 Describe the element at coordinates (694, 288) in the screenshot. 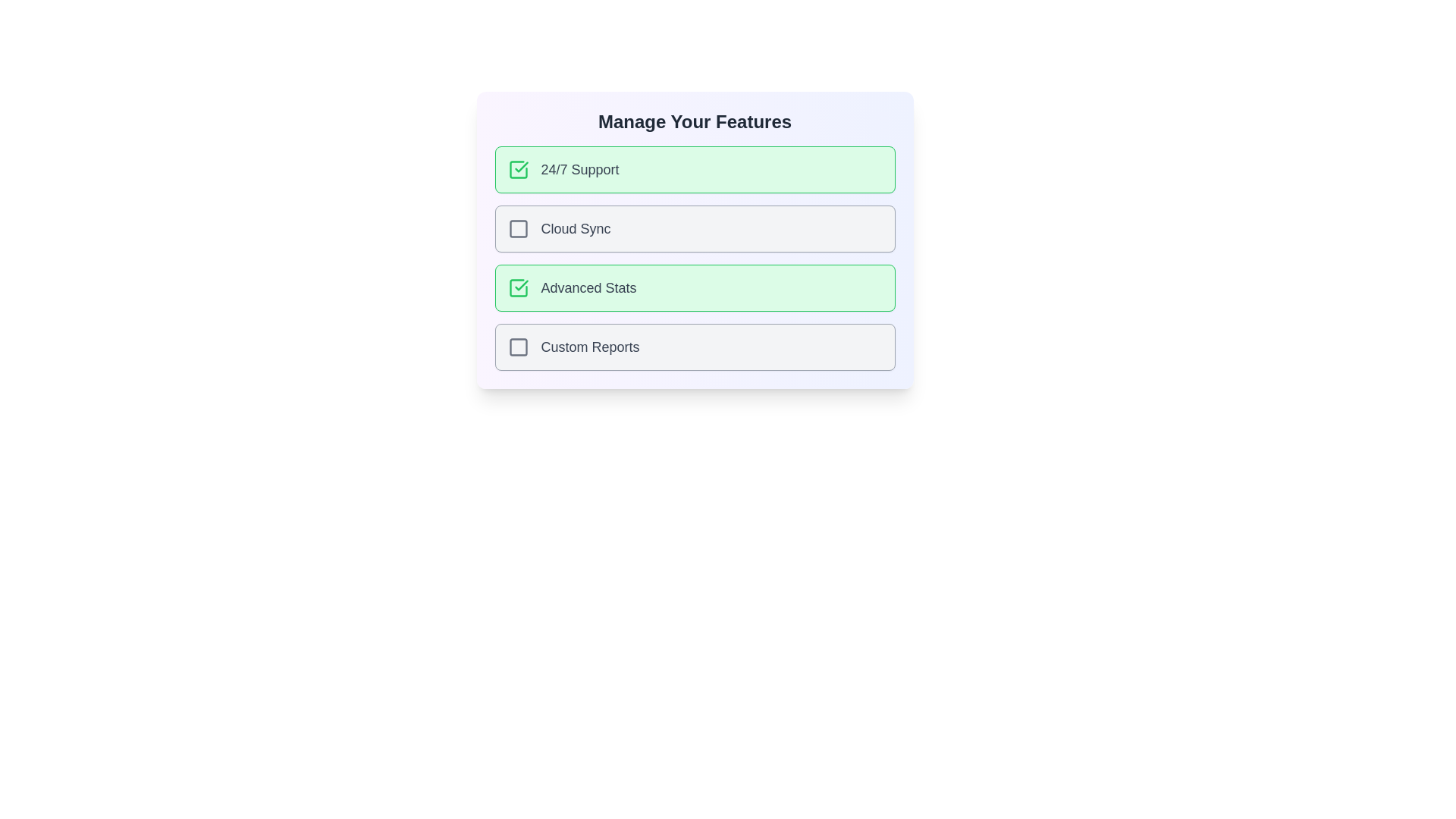

I see `the 'Advanced Stats' selectable option with a checkbox, which has a soft green background and is the third option` at that location.